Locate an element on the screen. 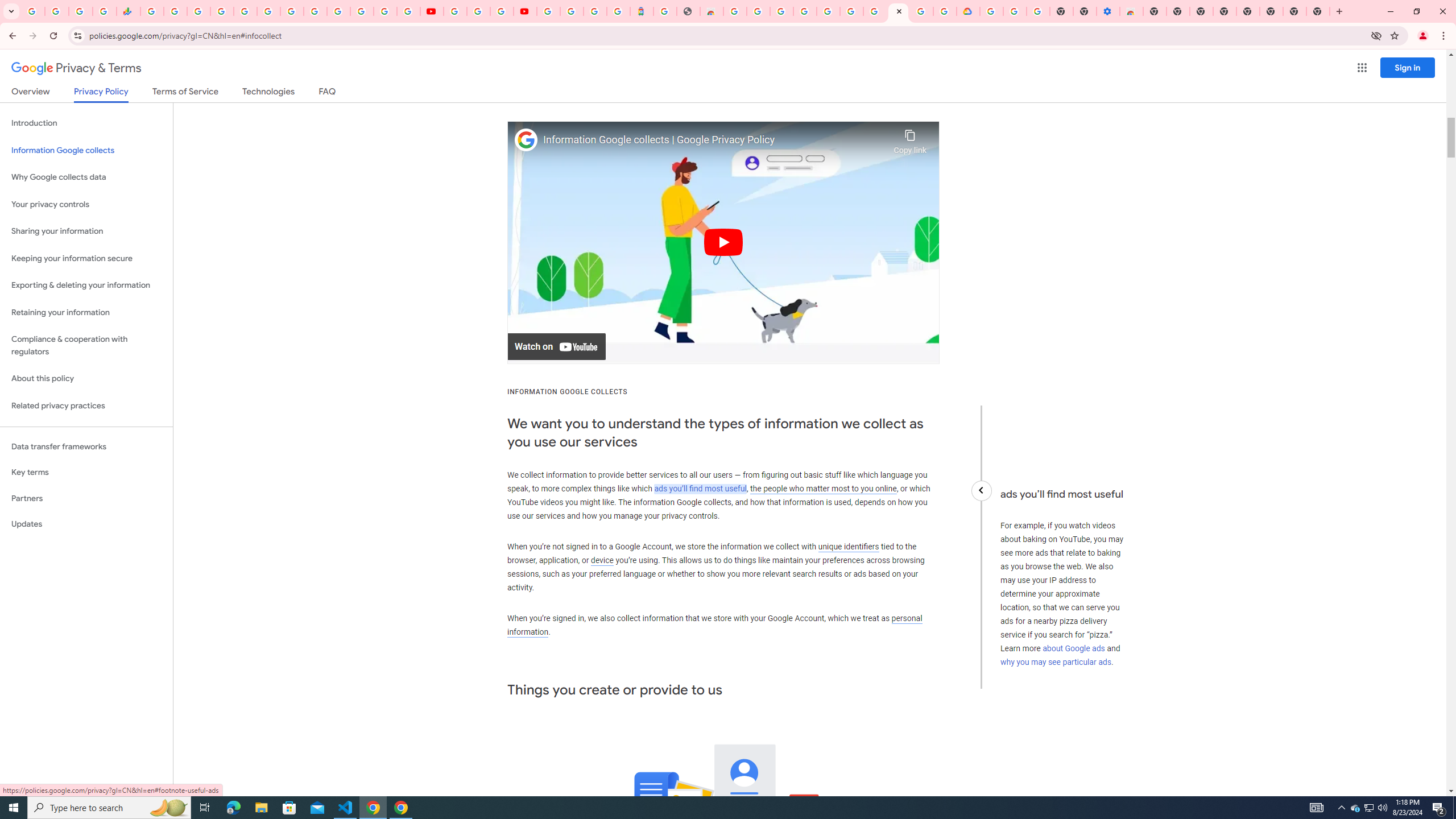  'Play' is located at coordinates (723, 242).